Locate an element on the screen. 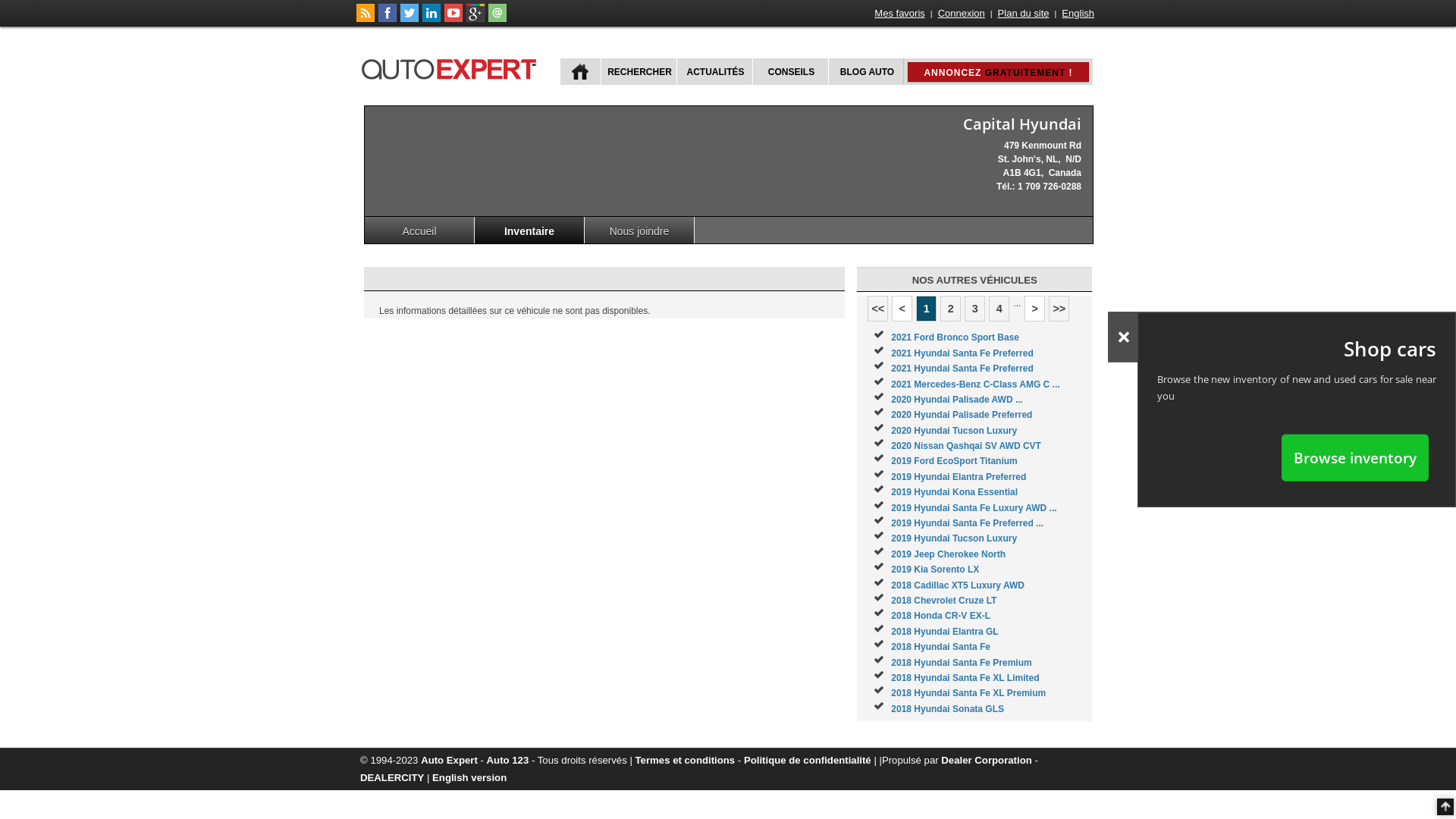 This screenshot has height=819, width=1456. '2021 Mercedes-Benz C-Class AMG C ...' is located at coordinates (975, 383).